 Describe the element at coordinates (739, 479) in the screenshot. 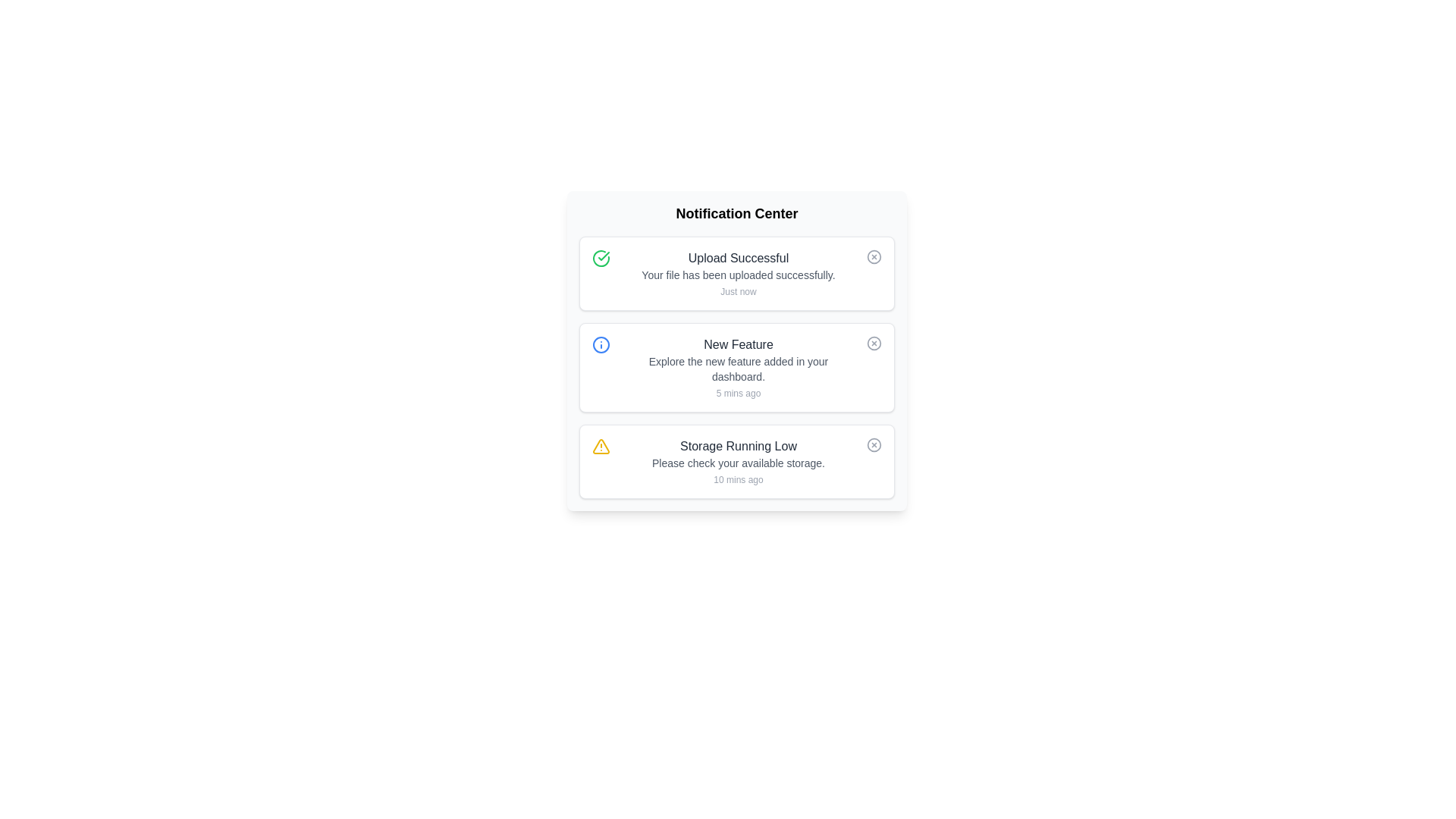

I see `text label displaying '10 mins ago' located beneath the message 'Please check your available storage.' in the bottom-right quadrant of the 'Storage Running Low' notification card` at that location.